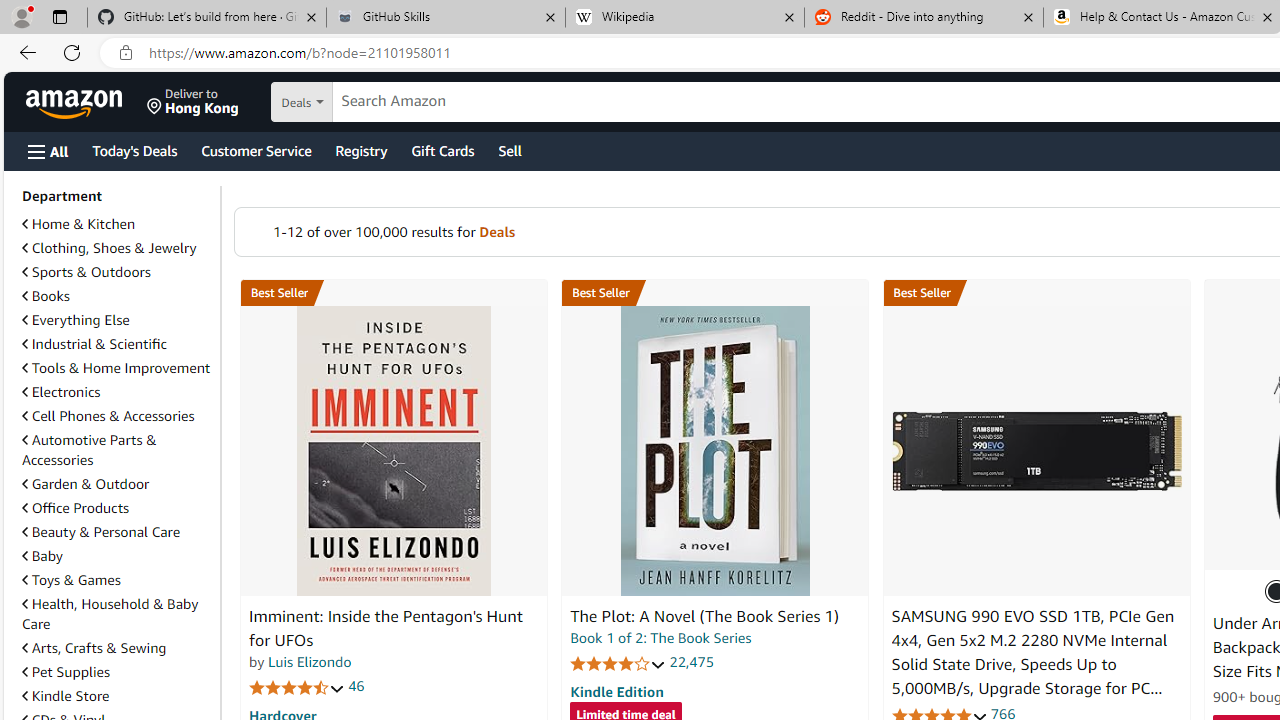  What do you see at coordinates (371, 102) in the screenshot?
I see `'Search in'` at bounding box center [371, 102].